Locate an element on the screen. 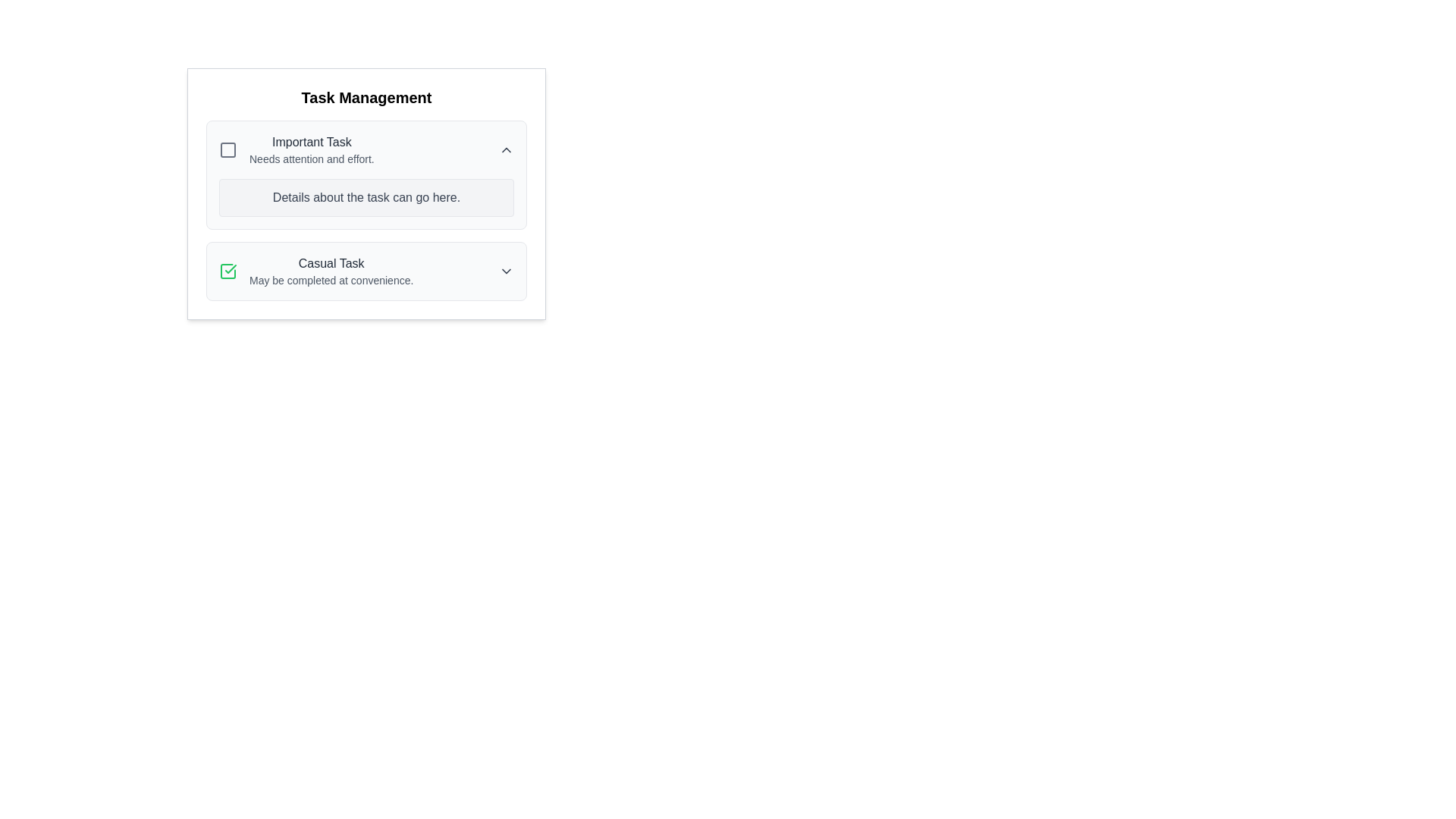 The image size is (1456, 819). the dropdown arrow icon of the 'Casual Task' descriptor within the 'Task Management' card is located at coordinates (366, 271).